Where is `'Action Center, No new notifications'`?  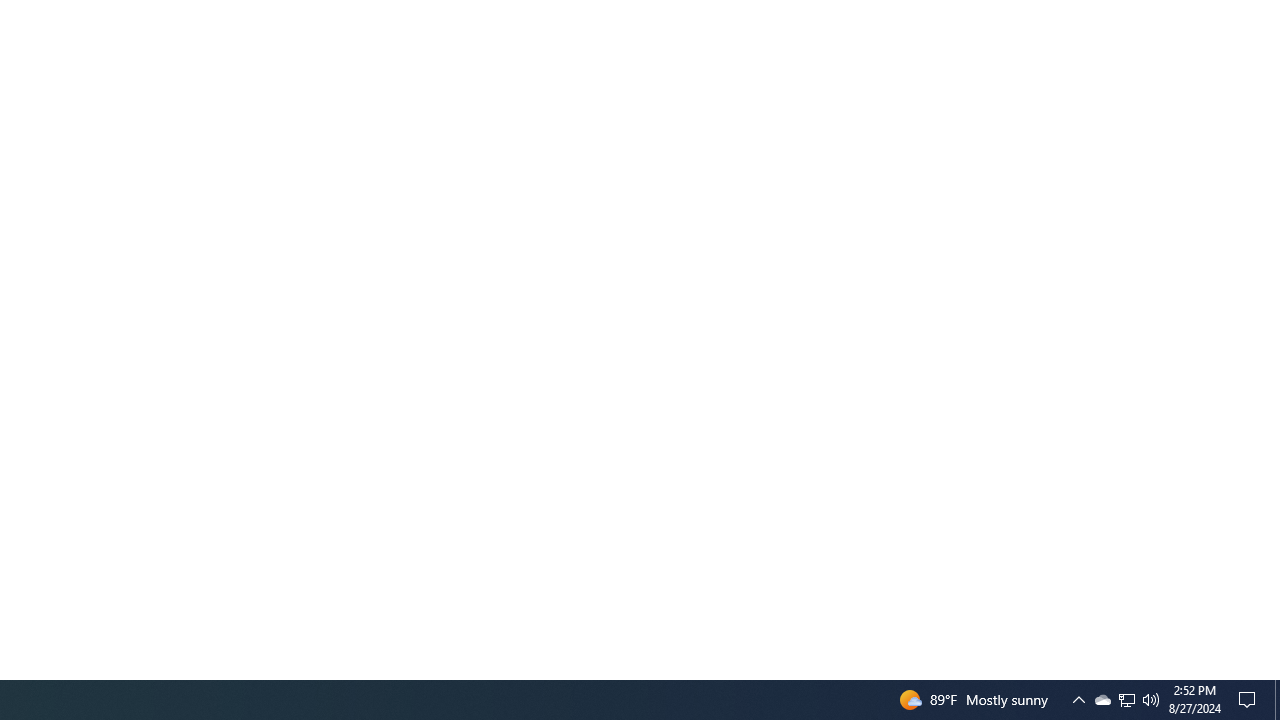 'Action Center, No new notifications' is located at coordinates (1250, 698).